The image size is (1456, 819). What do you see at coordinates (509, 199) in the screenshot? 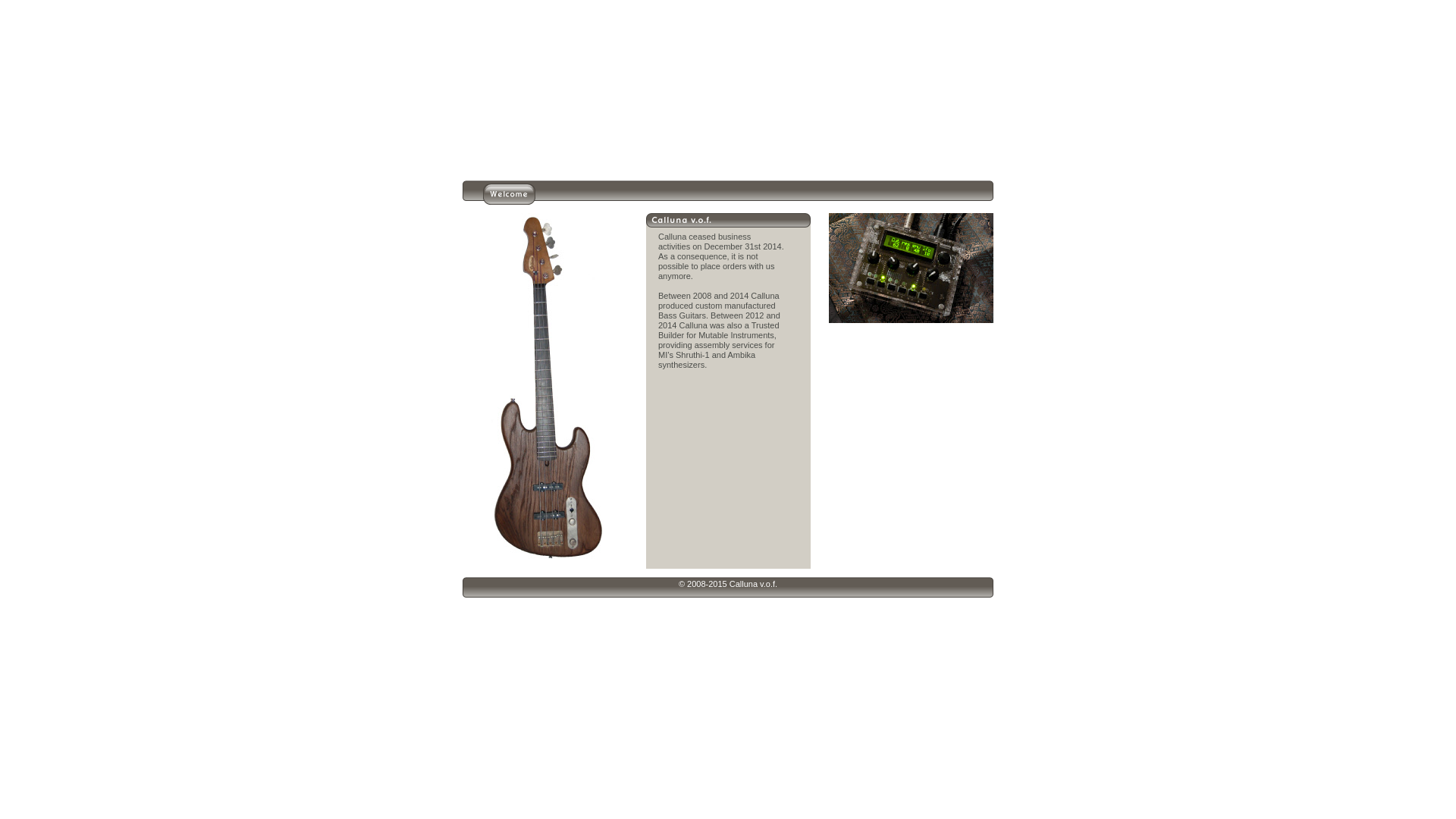
I see `'Welcome'` at bounding box center [509, 199].